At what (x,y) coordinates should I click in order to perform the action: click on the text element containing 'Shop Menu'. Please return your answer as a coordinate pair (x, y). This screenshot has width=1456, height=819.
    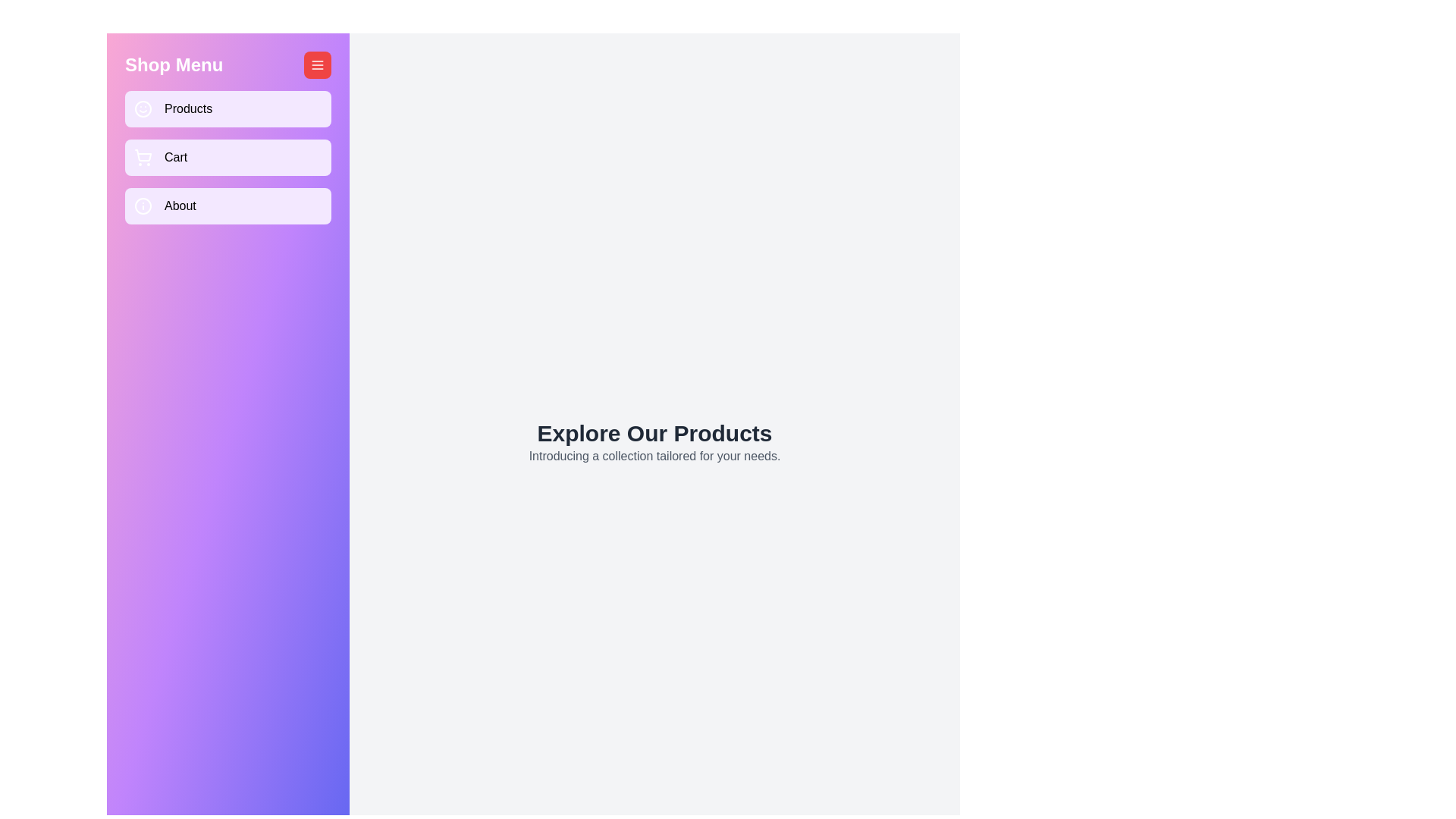
    Looking at the image, I should click on (174, 64).